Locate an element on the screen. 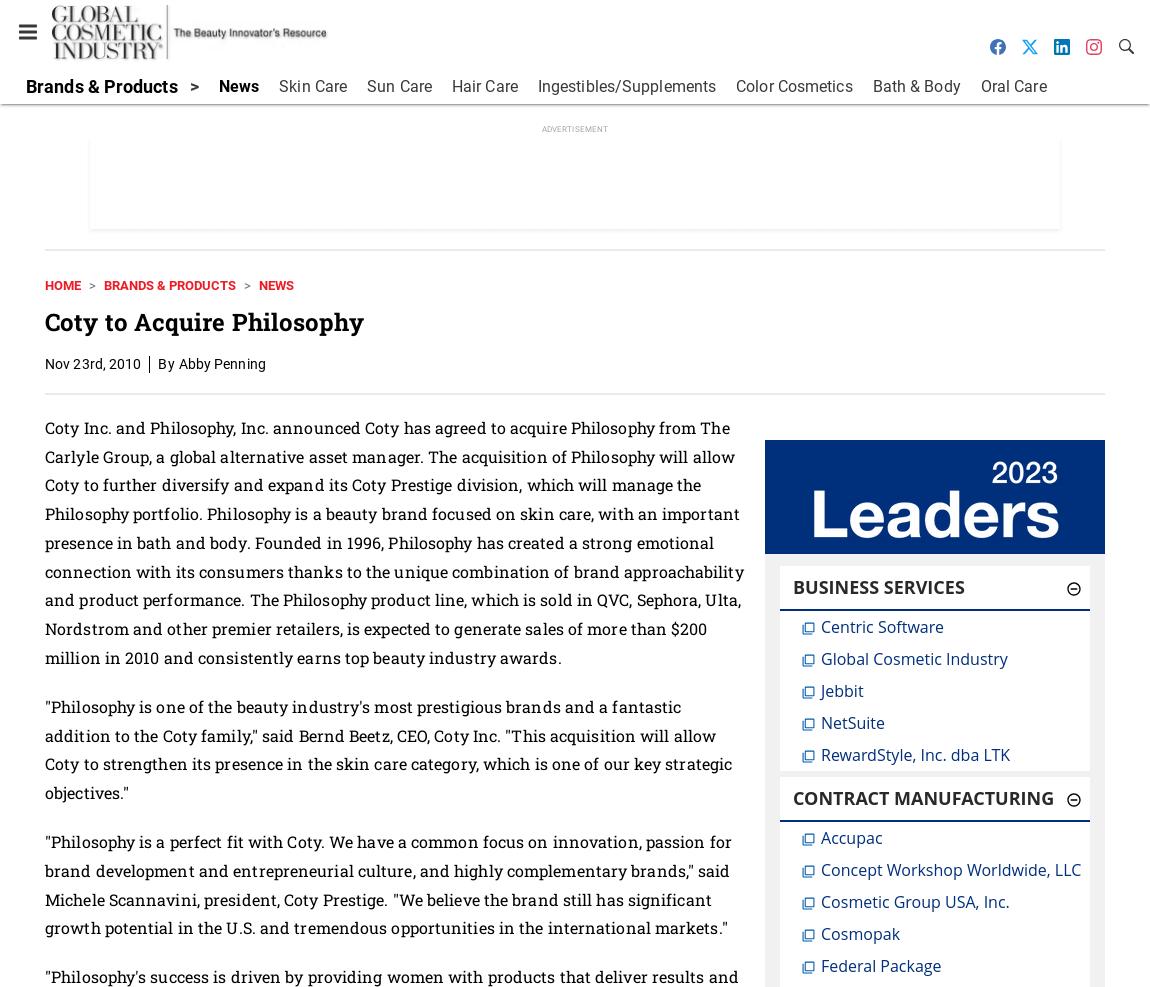  'Cosmopak' is located at coordinates (859, 933).